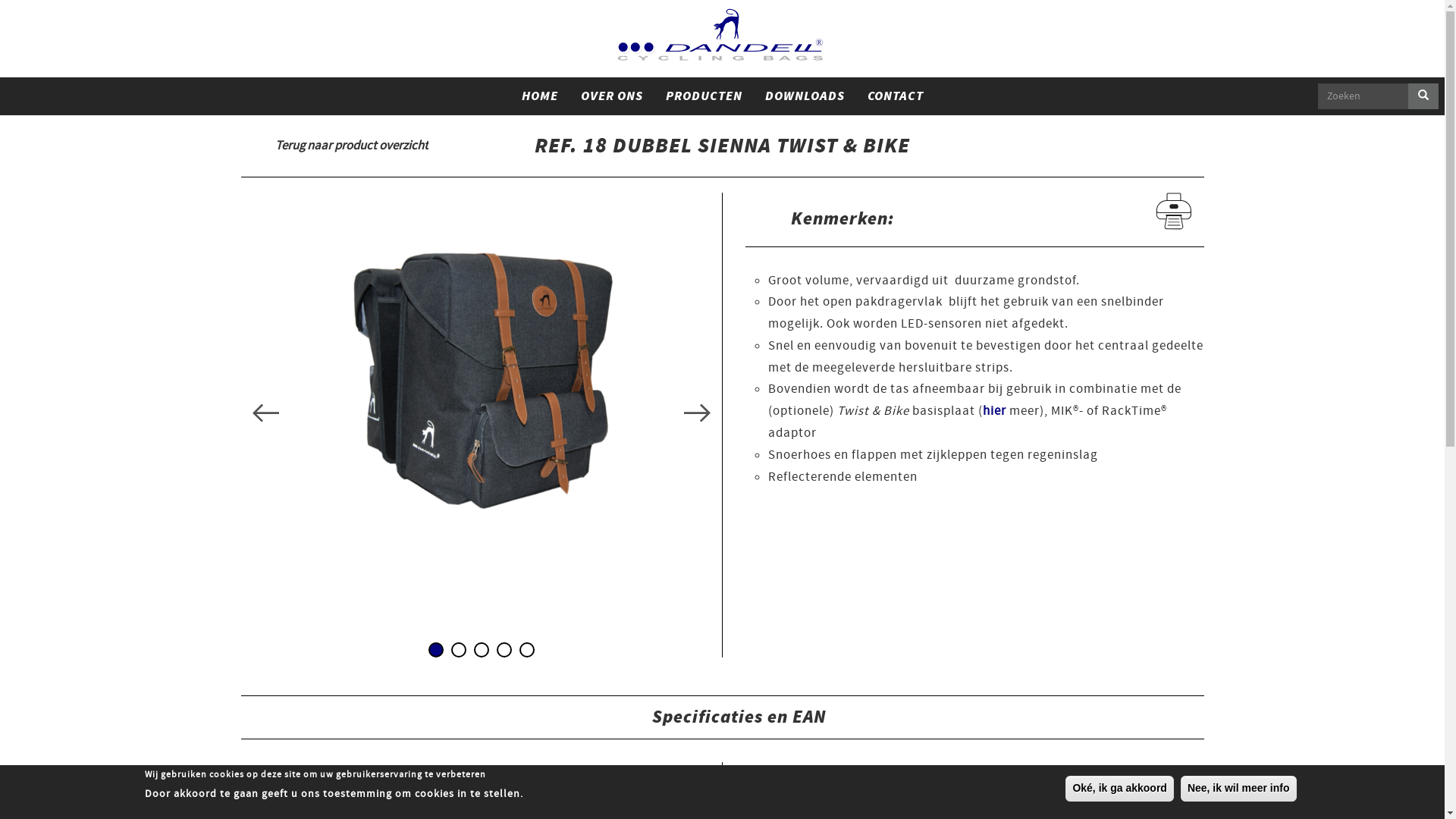 Image resolution: width=1456 pixels, height=819 pixels. I want to click on 'Geef de woorden op waarnaar u wilt zoeken.', so click(1363, 96).